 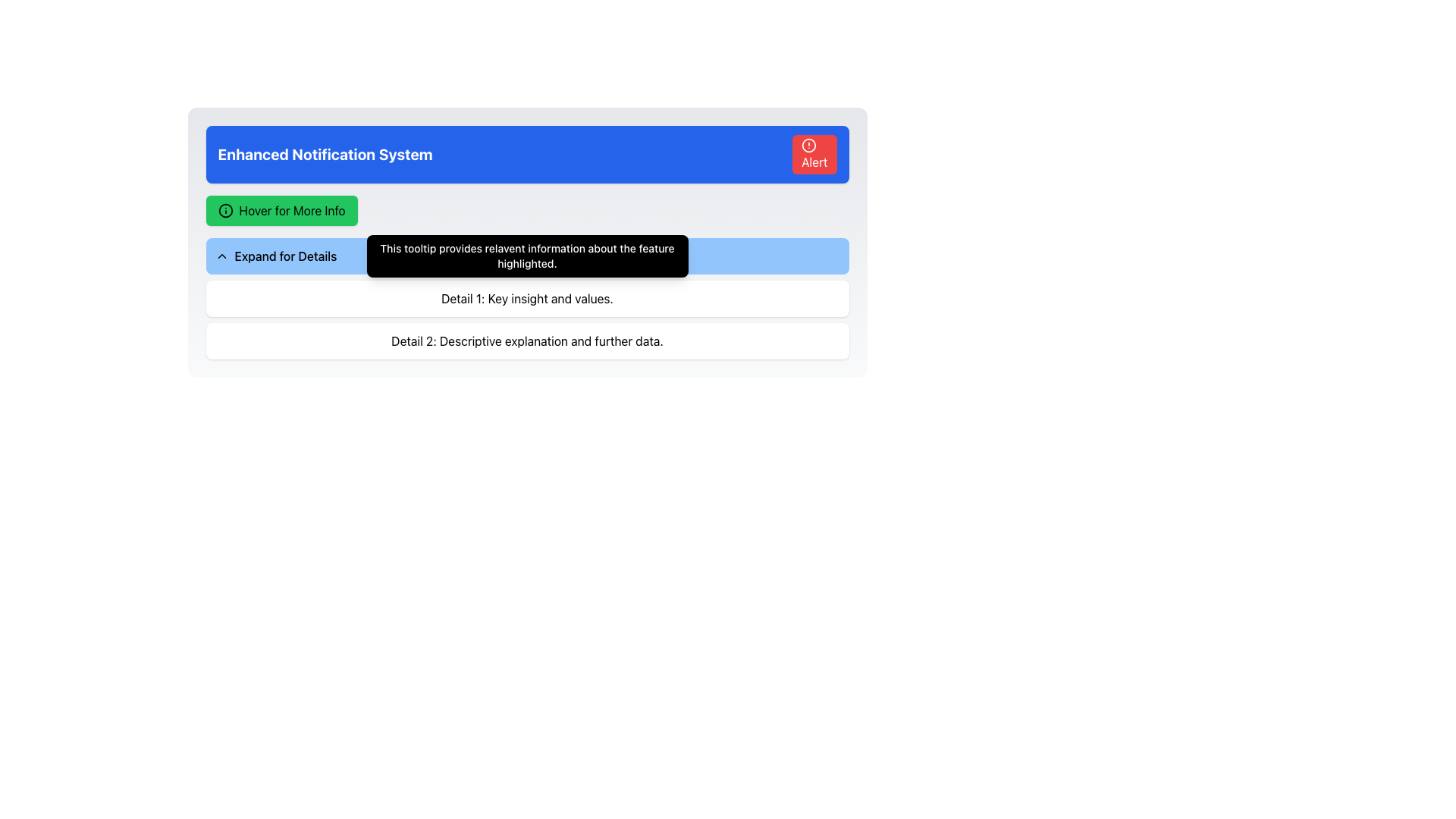 What do you see at coordinates (325, 155) in the screenshot?
I see `the bold text label displaying 'Enhanced Notification System' located on the blue background at the top-left corner of the interface` at bounding box center [325, 155].